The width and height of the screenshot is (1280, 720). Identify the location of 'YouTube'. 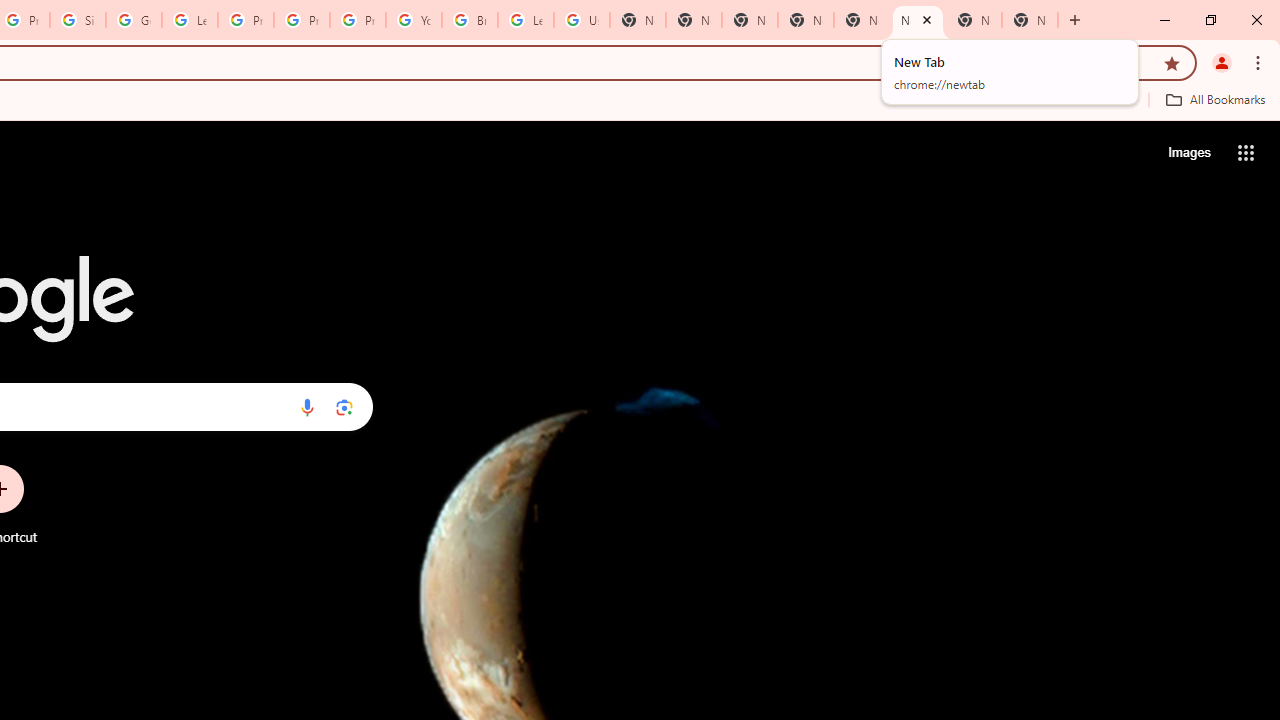
(413, 20).